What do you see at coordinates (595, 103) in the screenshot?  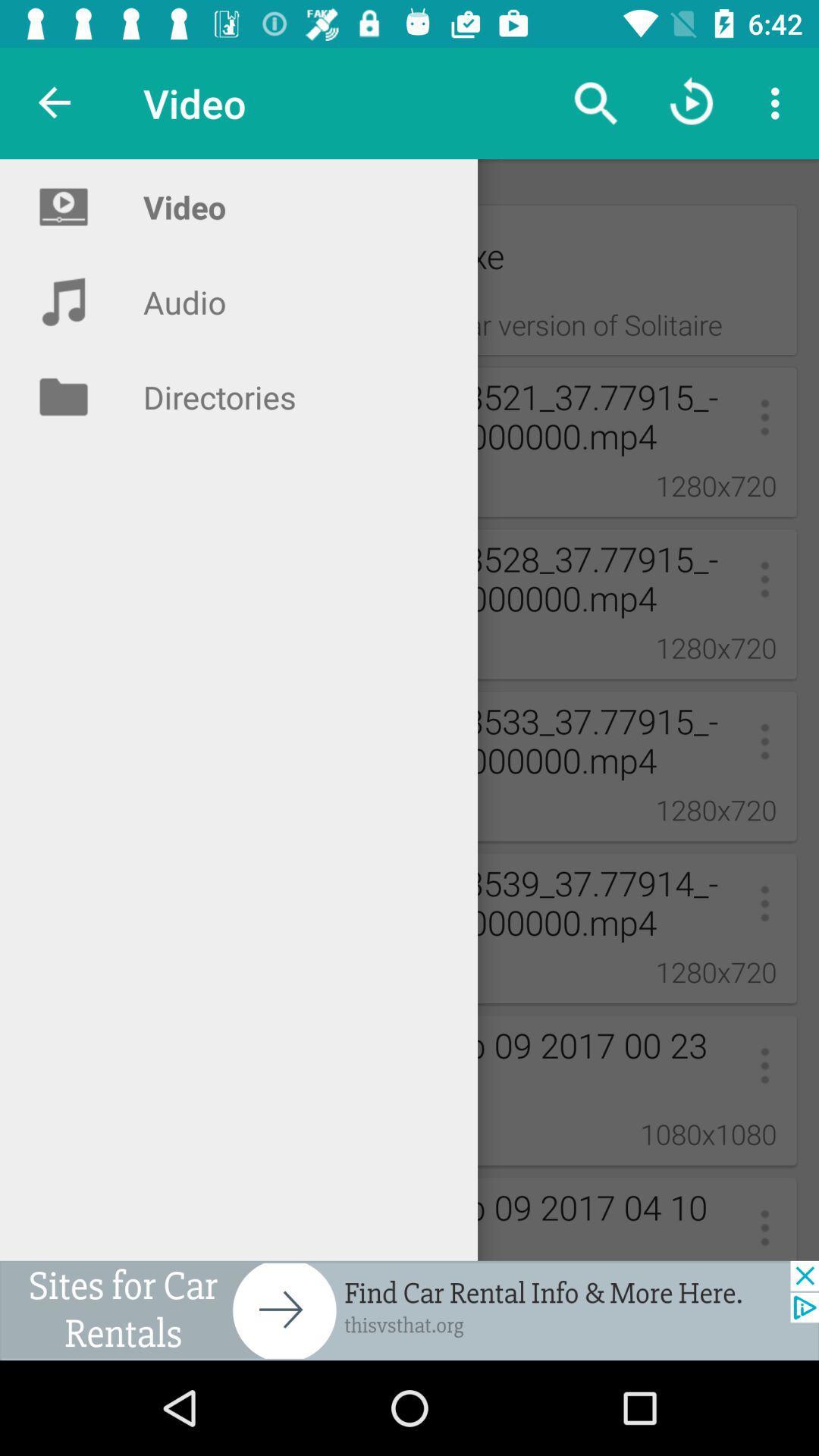 I see `the search icon` at bounding box center [595, 103].